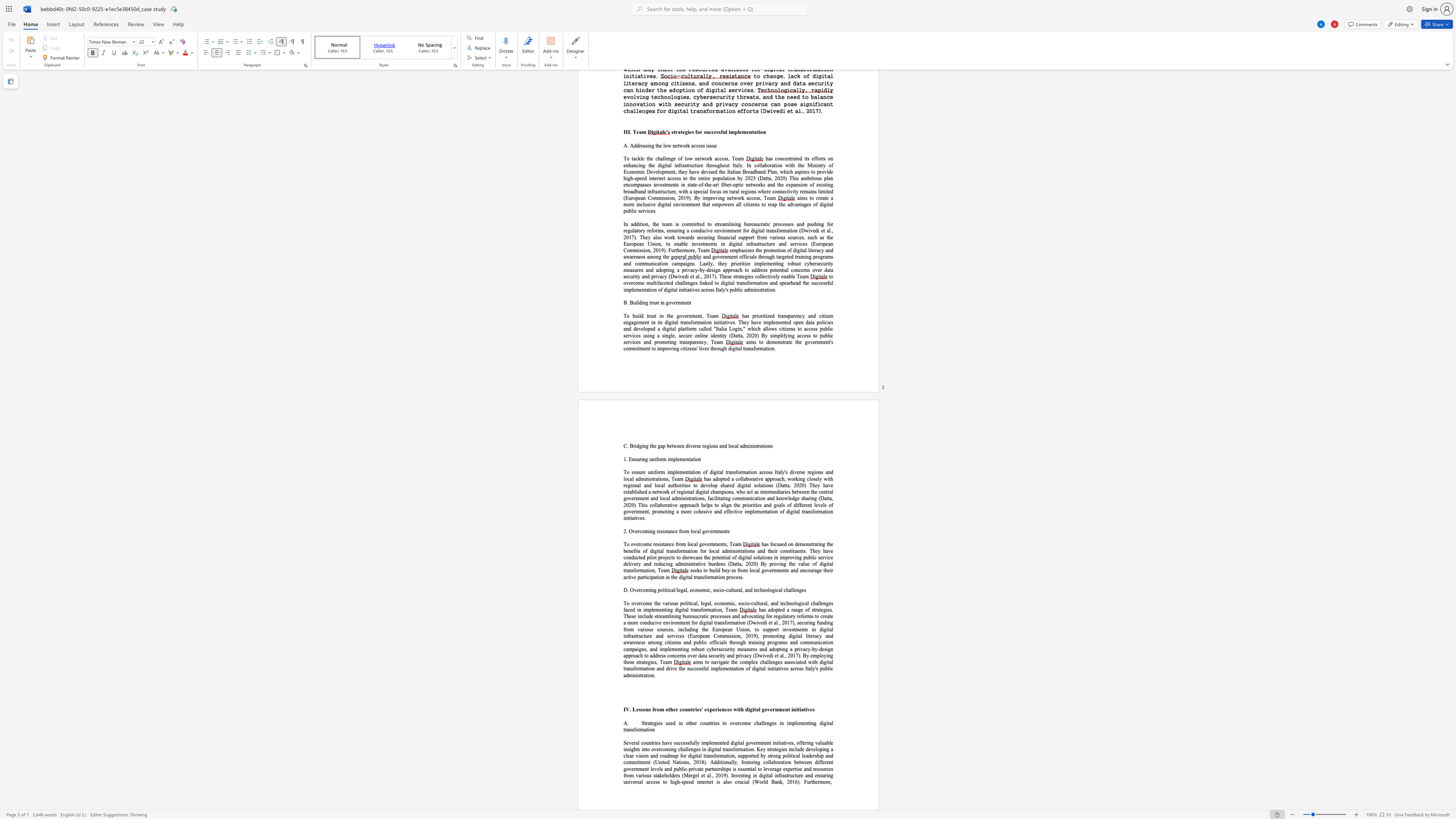 This screenshot has height=819, width=1456. I want to click on the subset text "other co" within the text "IV. Lessons from other countries", so click(665, 709).